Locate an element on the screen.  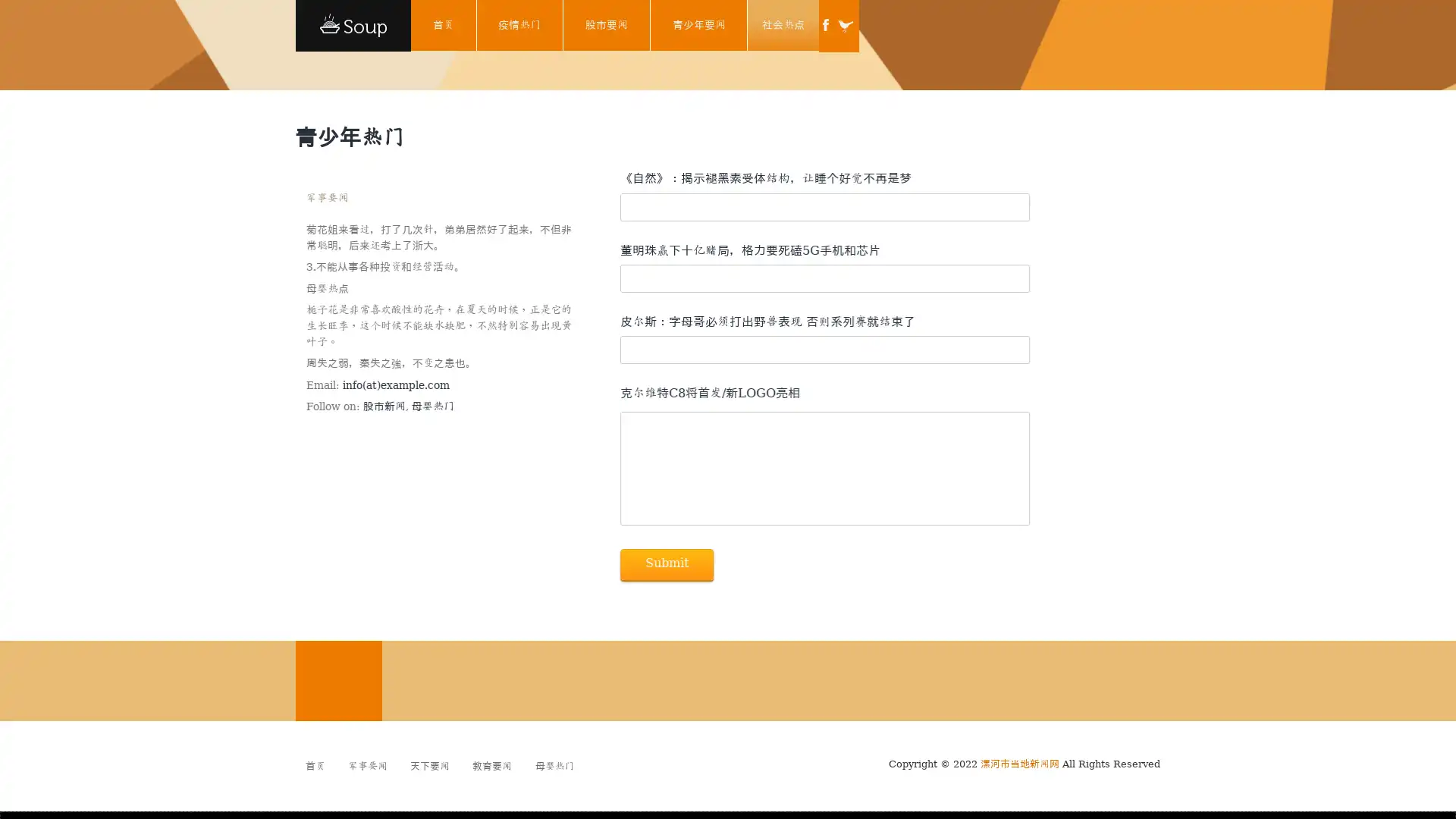
Submit is located at coordinates (666, 564).